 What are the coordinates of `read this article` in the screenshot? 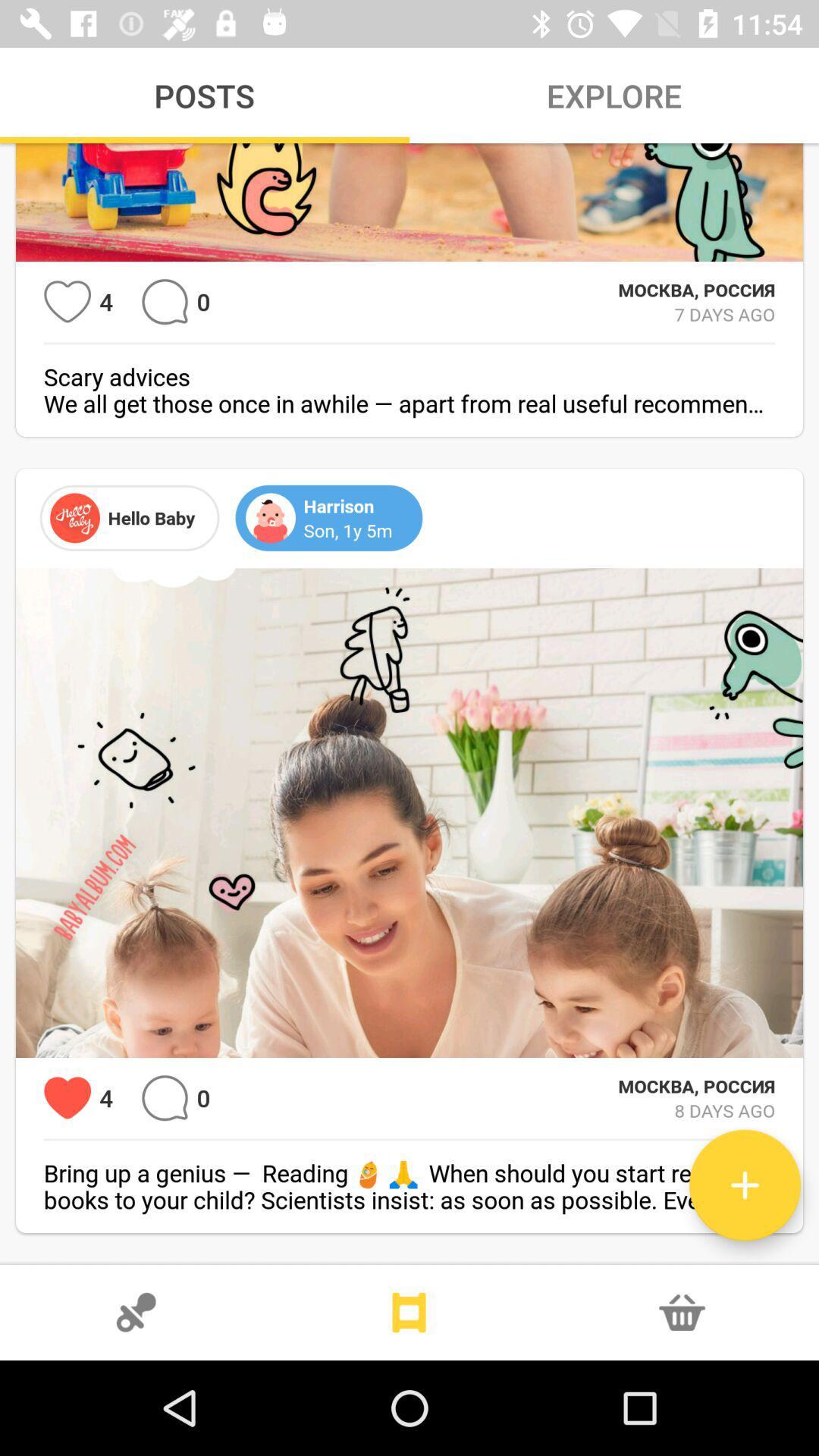 It's located at (744, 1185).